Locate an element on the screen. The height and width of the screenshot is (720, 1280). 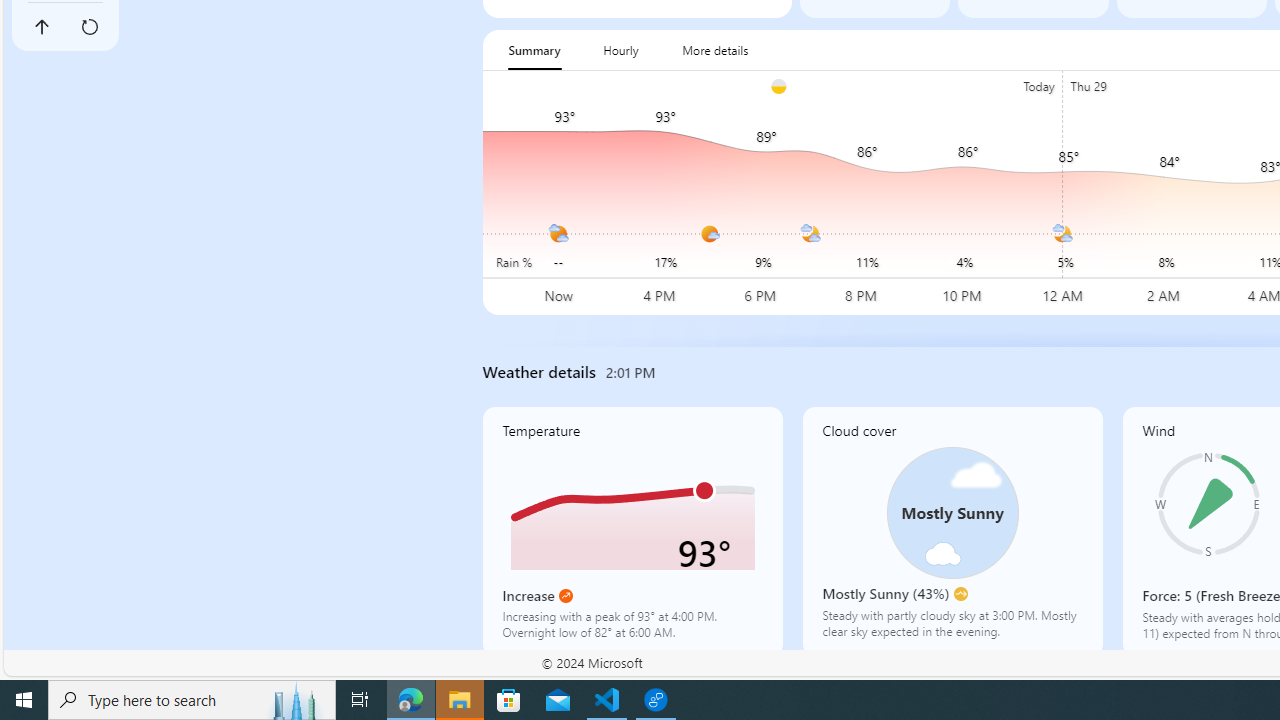
'Cloud cover' is located at coordinates (951, 530).